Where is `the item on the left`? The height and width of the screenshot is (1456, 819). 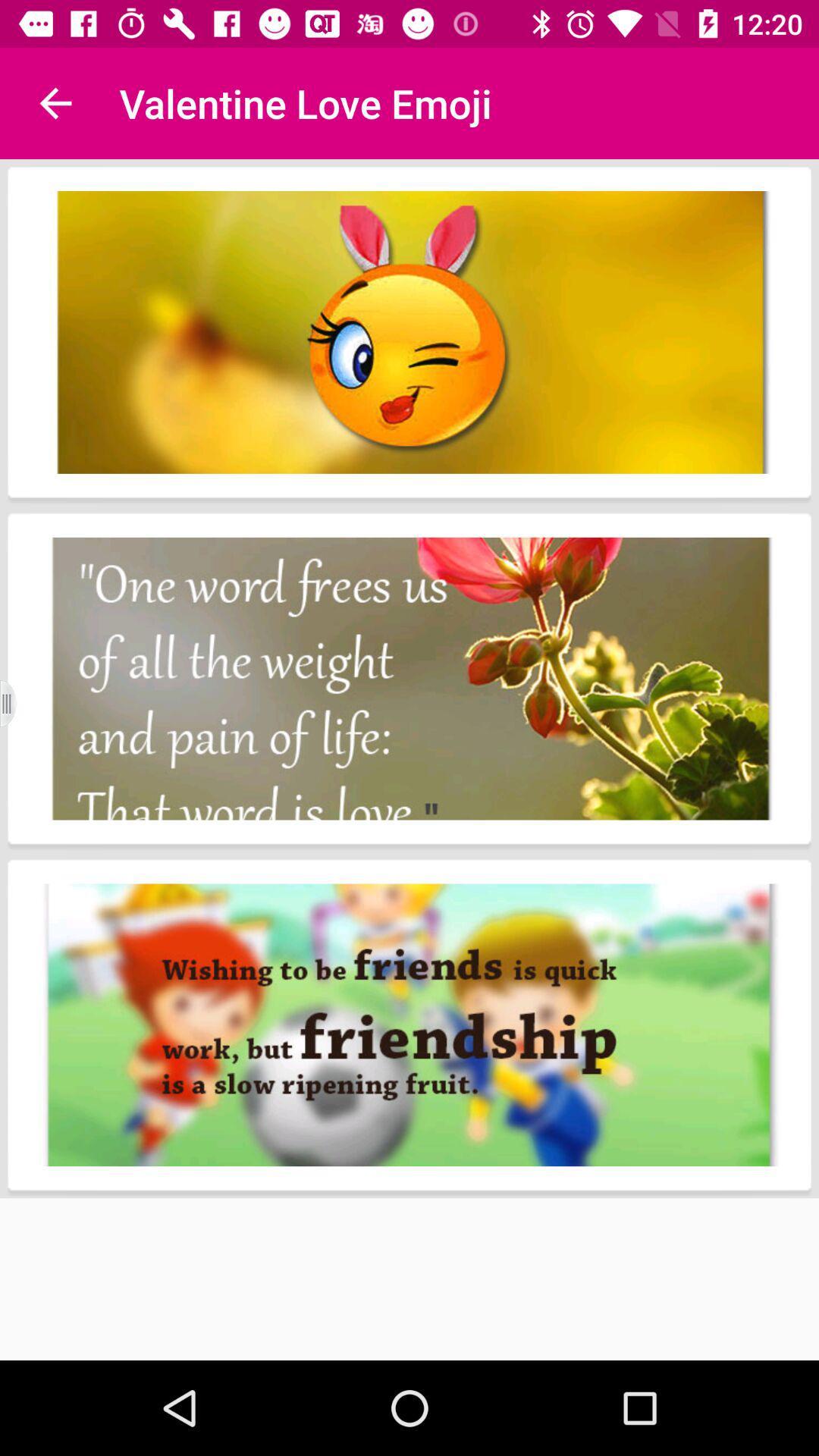 the item on the left is located at coordinates (17, 703).